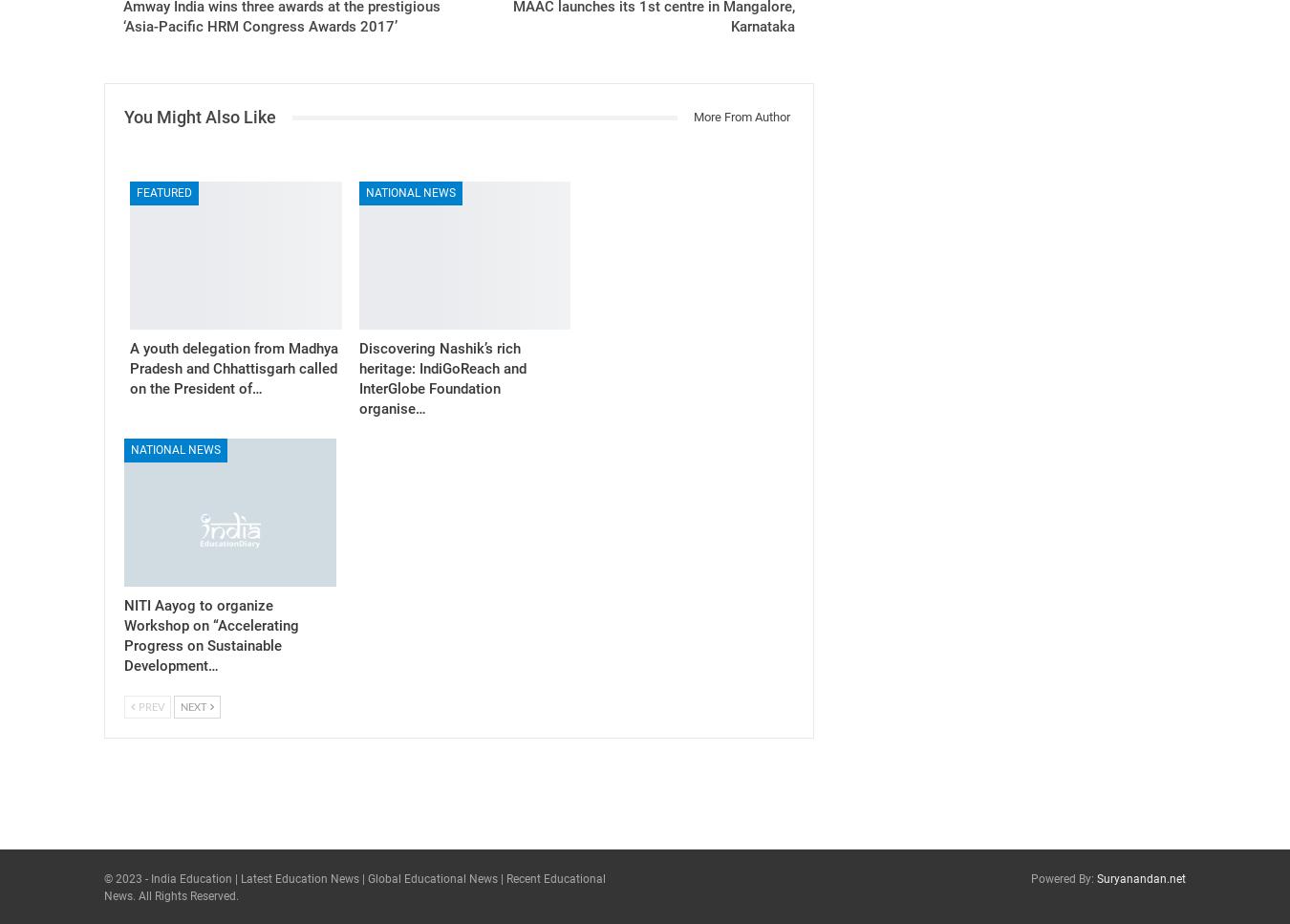 The width and height of the screenshot is (1290, 924). Describe the element at coordinates (200, 116) in the screenshot. I see `'You might also like'` at that location.